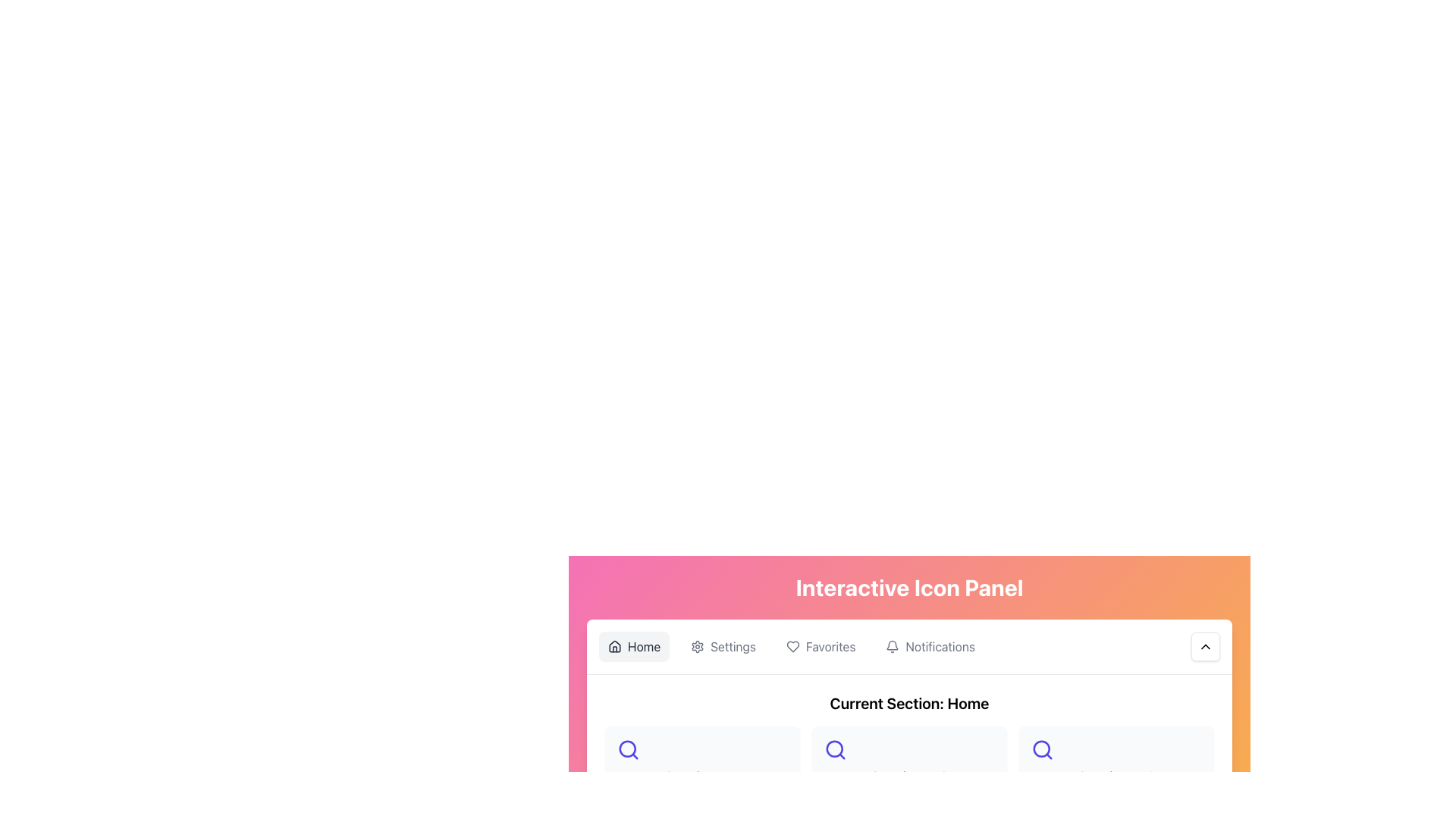 The width and height of the screenshot is (1456, 819). I want to click on the non-interactive Text label associated with the settings option in the navigation menu, located to the right of the gear icon, so click(733, 646).